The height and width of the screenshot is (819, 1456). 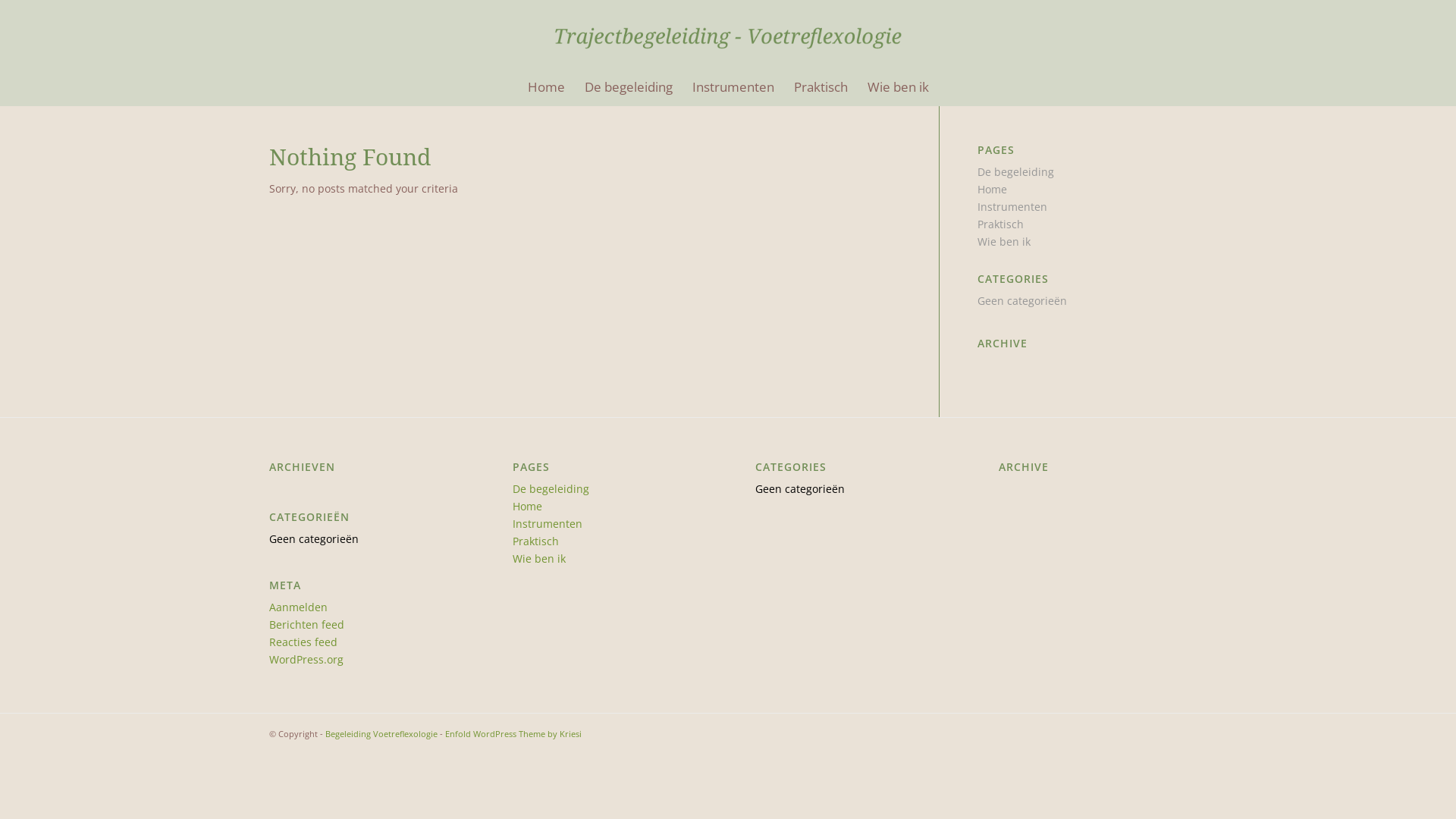 What do you see at coordinates (546, 522) in the screenshot?
I see `'Instrumenten'` at bounding box center [546, 522].